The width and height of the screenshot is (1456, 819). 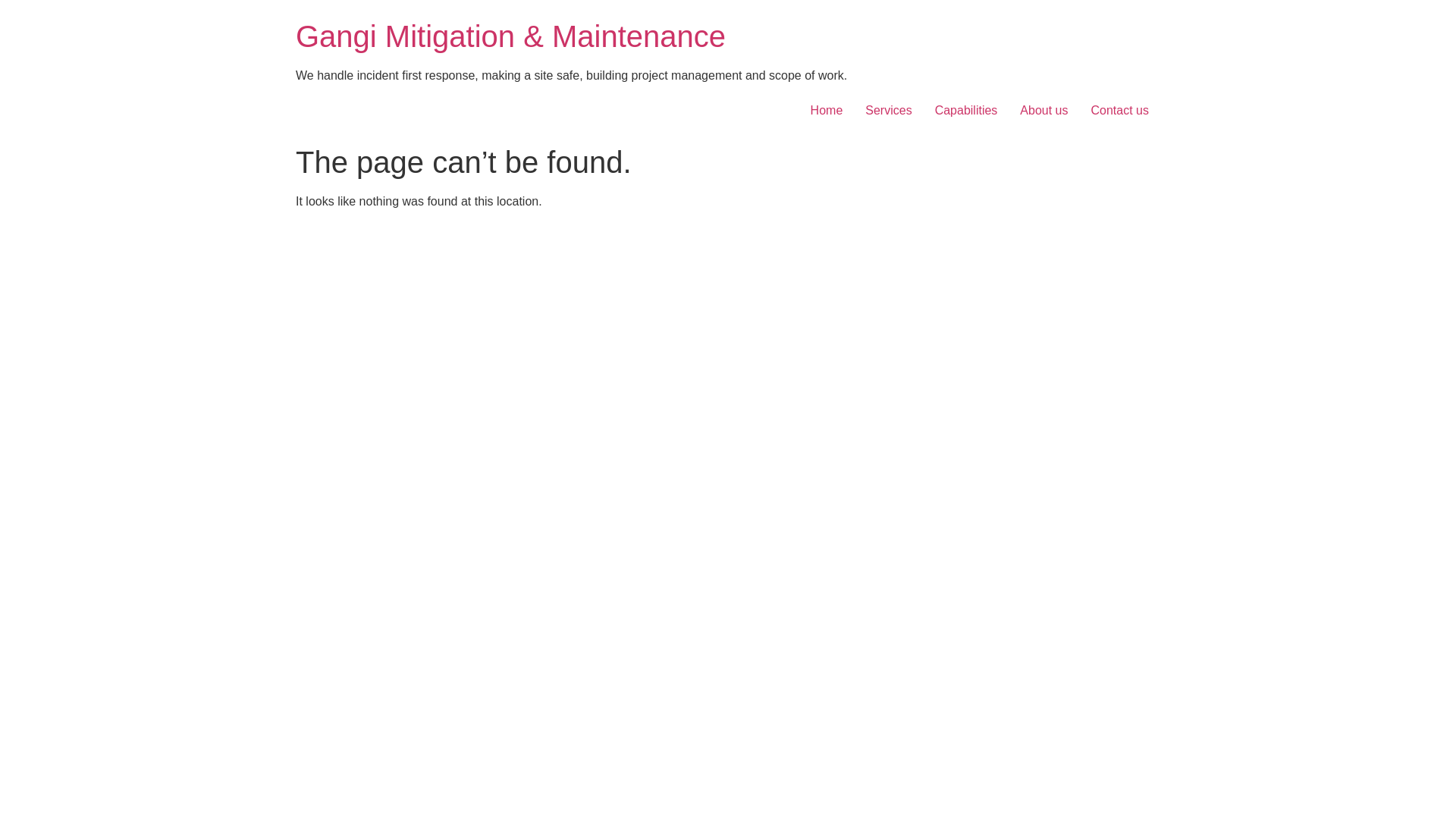 What do you see at coordinates (510, 35) in the screenshot?
I see `'Gangi Mitigation & Maintenance'` at bounding box center [510, 35].